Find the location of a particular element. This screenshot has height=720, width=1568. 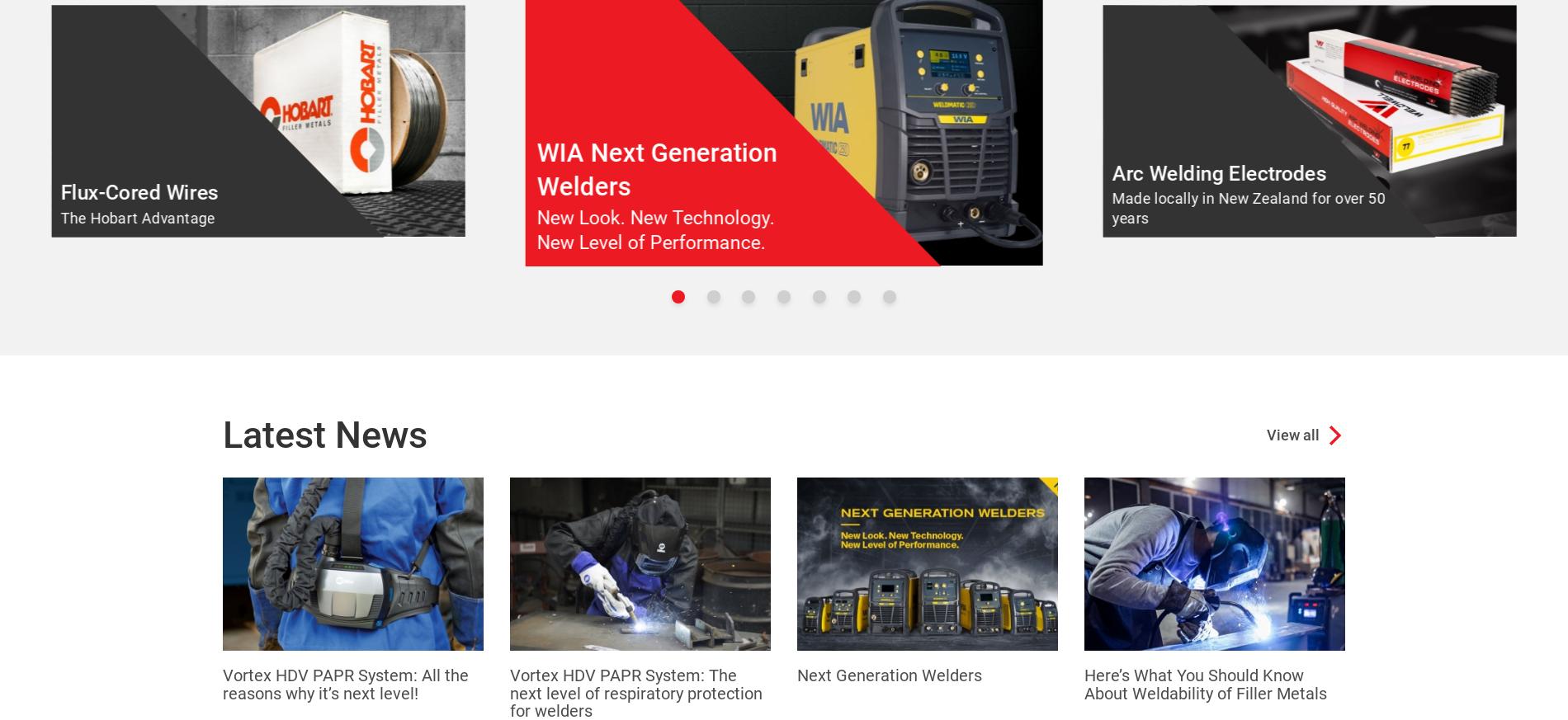

'Flux-Cored Wires' is located at coordinates (139, 191).